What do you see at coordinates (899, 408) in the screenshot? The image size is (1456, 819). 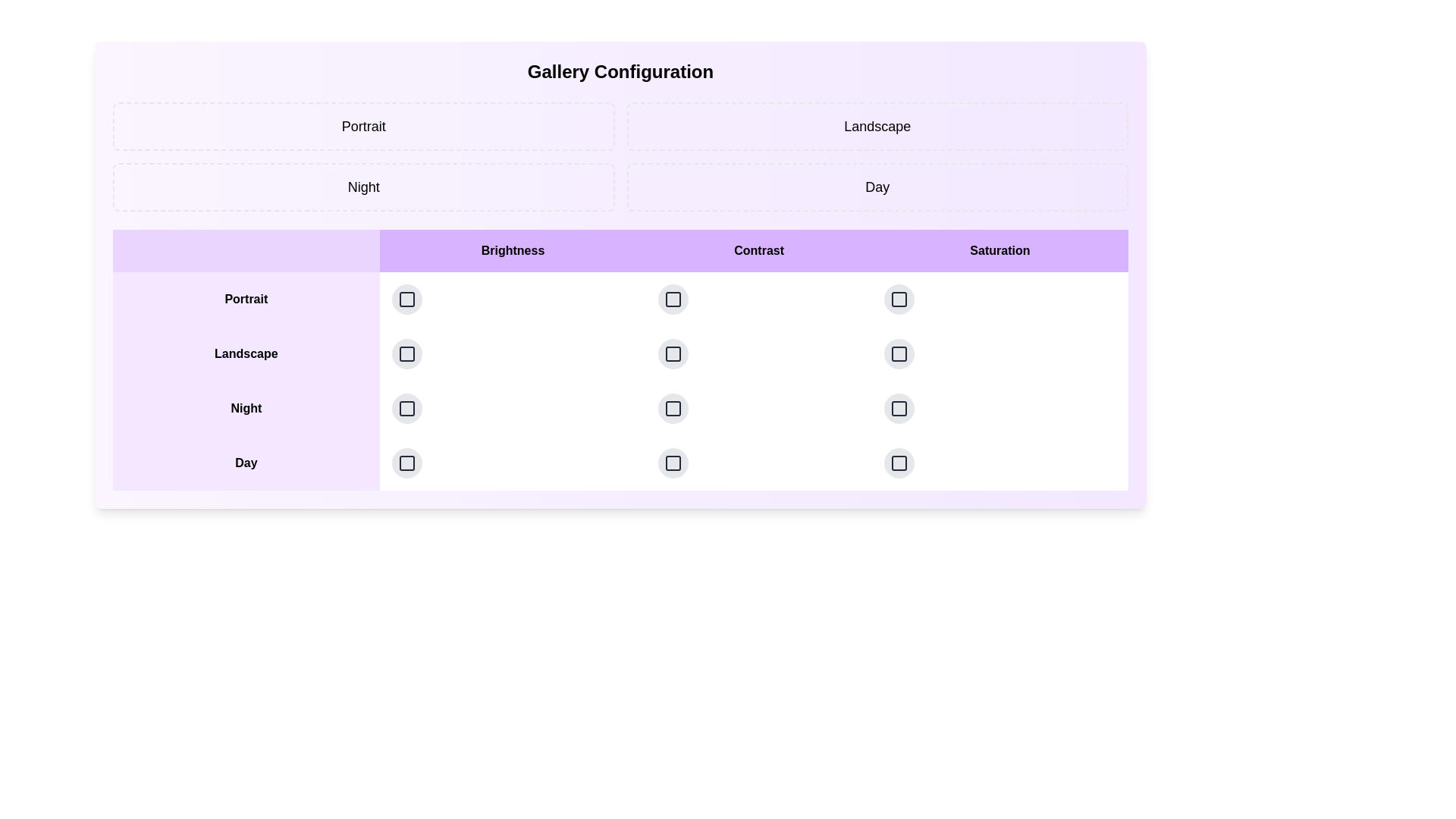 I see `the Toggle Button for 'Saturation'` at bounding box center [899, 408].